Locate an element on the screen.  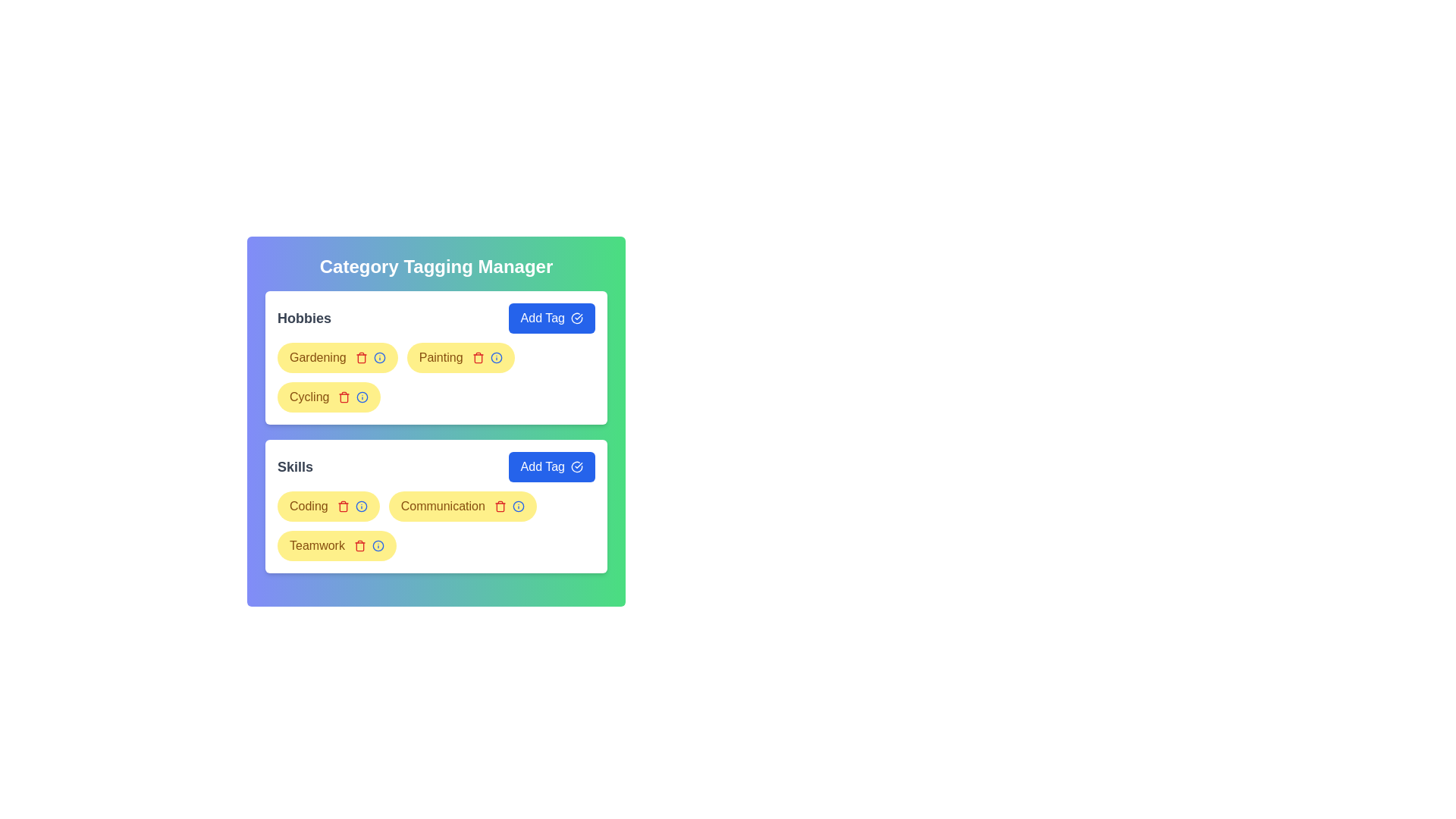
the trash icon associated with the 'Cycling' tag is located at coordinates (328, 397).